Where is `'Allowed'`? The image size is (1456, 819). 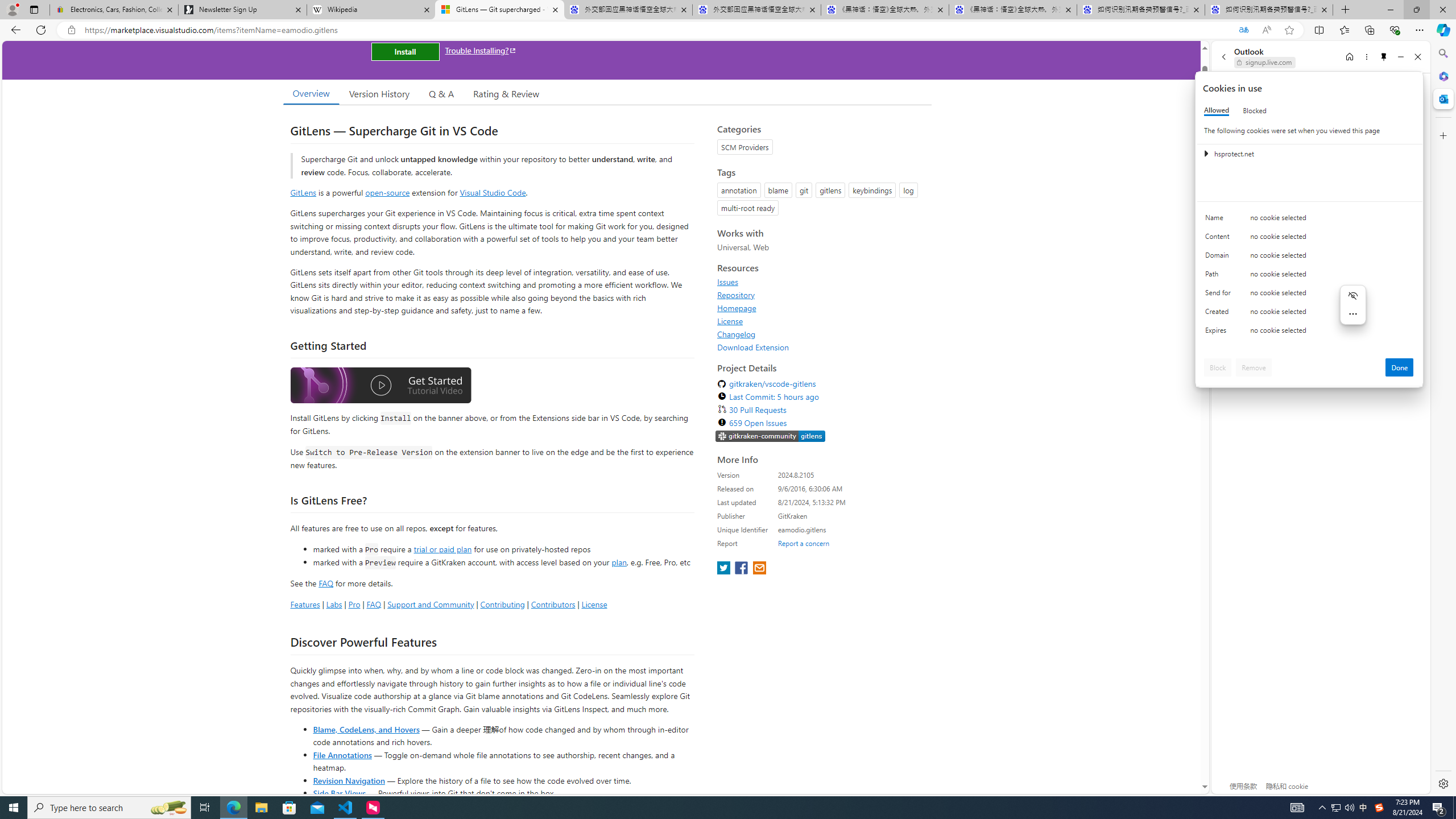 'Allowed' is located at coordinates (1215, 110).